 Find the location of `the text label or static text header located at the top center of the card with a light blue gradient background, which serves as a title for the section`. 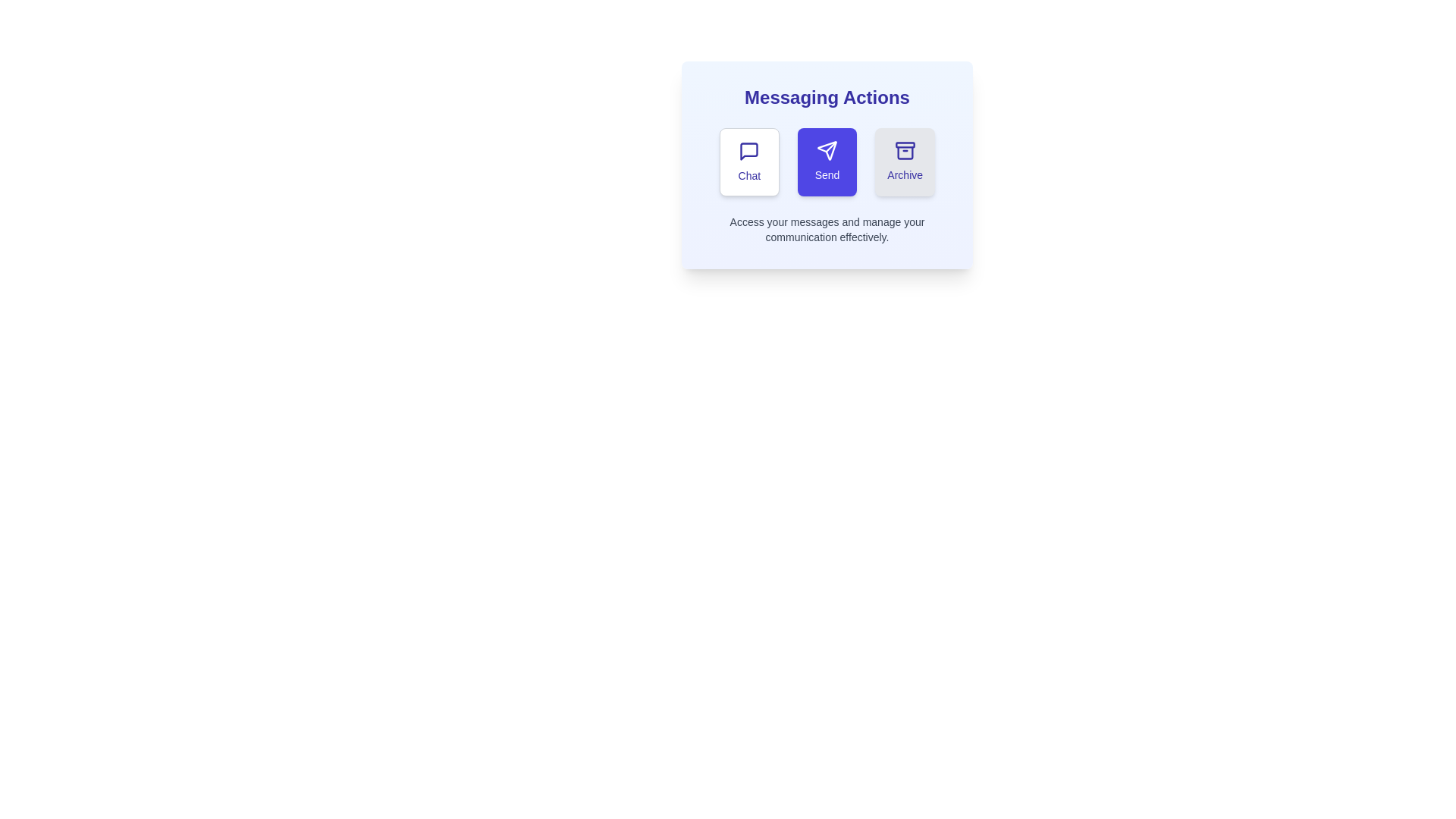

the text label or static text header located at the top center of the card with a light blue gradient background, which serves as a title for the section is located at coordinates (826, 97).